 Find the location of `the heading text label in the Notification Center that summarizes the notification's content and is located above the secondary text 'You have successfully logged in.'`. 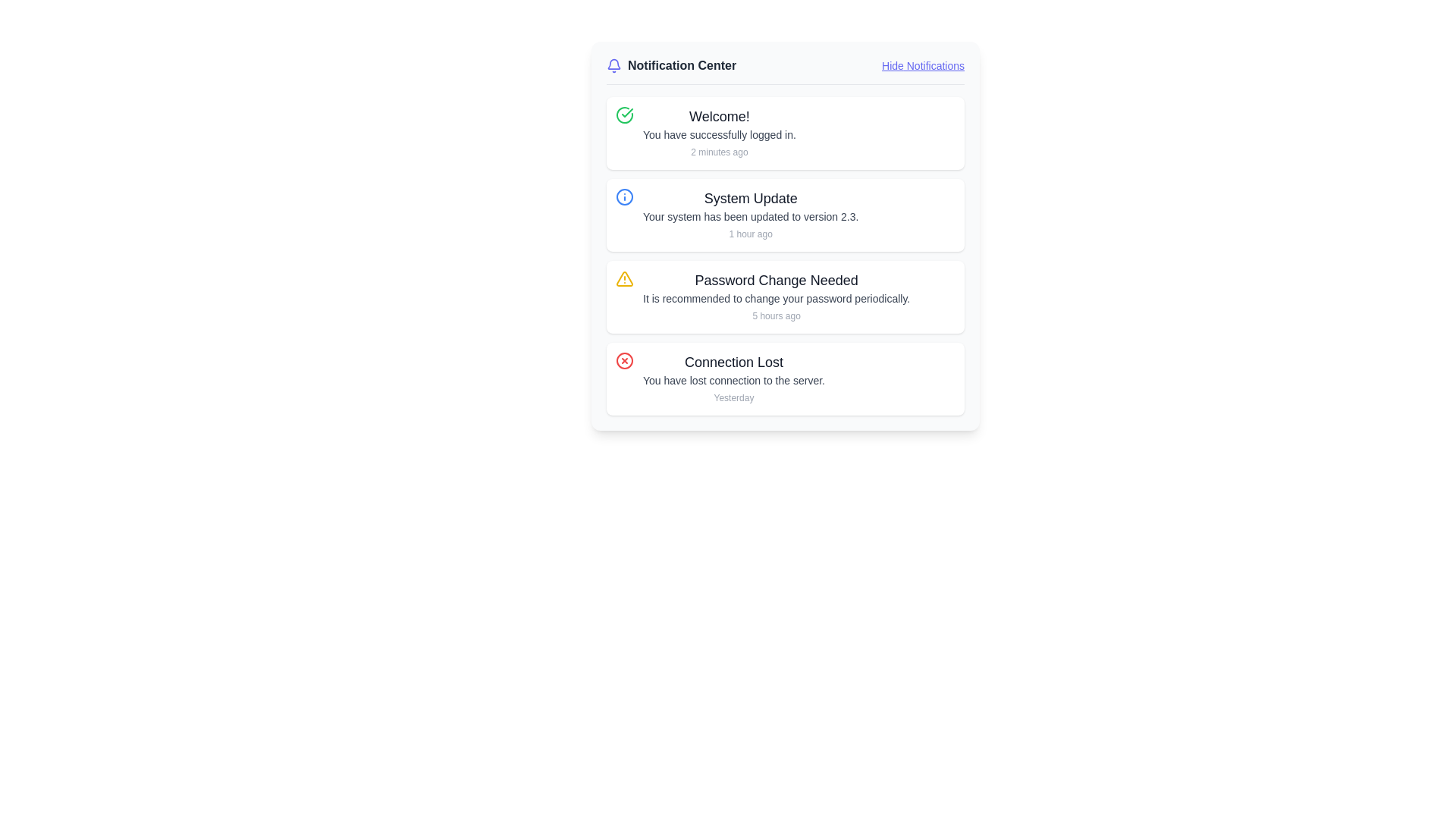

the heading text label in the Notification Center that summarizes the notification's content and is located above the secondary text 'You have successfully logged in.' is located at coordinates (718, 116).